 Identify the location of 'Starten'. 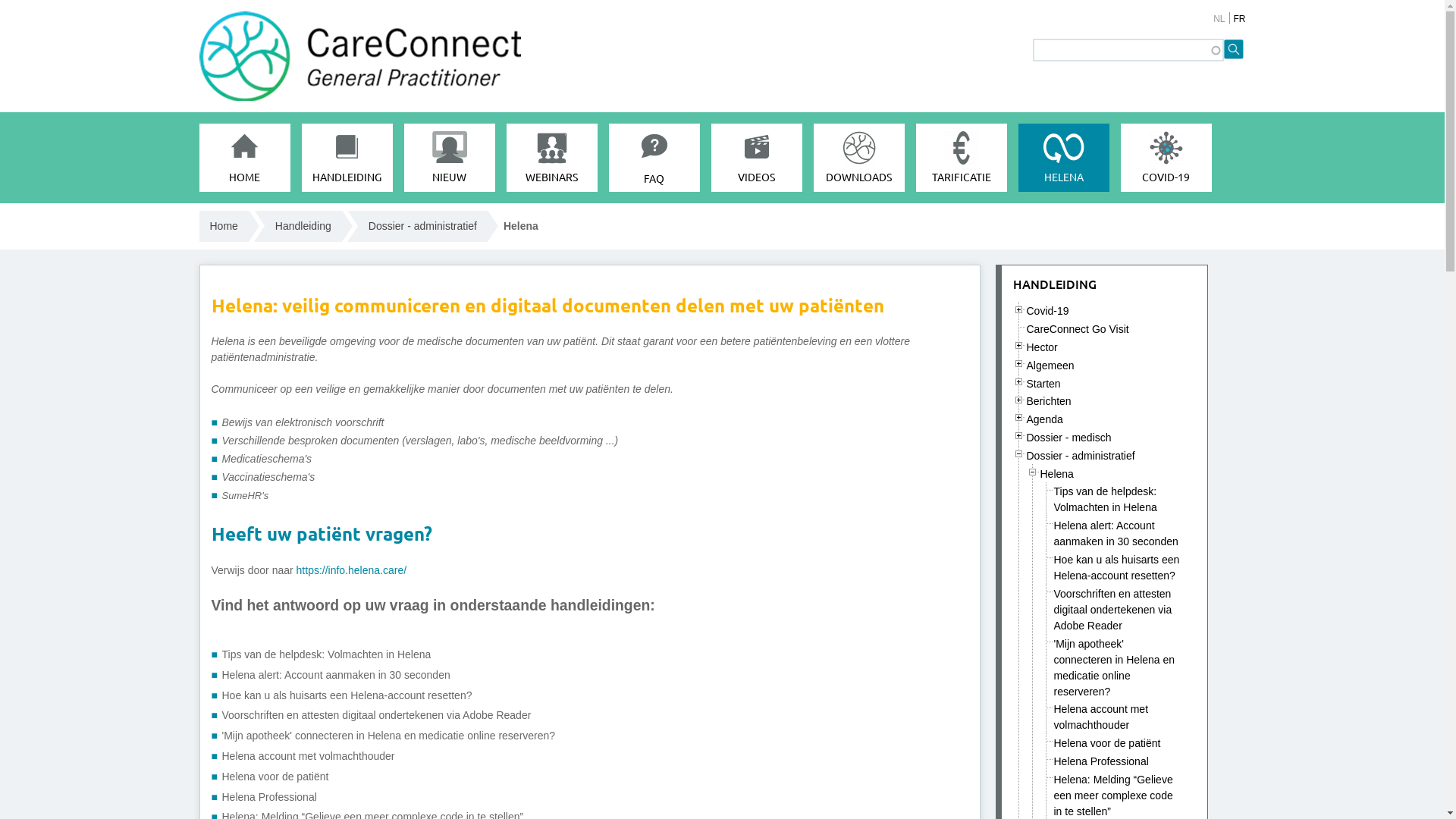
(1043, 382).